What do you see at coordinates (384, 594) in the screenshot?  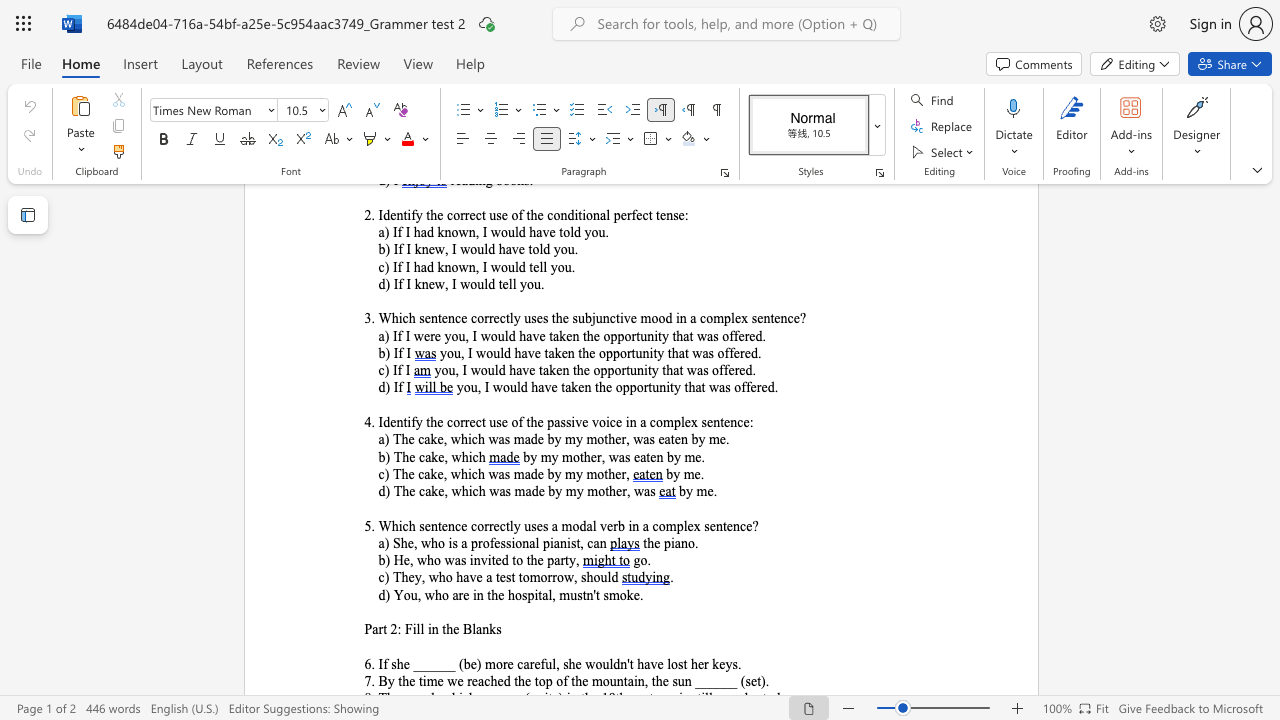 I see `the space between the continuous character "d" and ")" in the text` at bounding box center [384, 594].